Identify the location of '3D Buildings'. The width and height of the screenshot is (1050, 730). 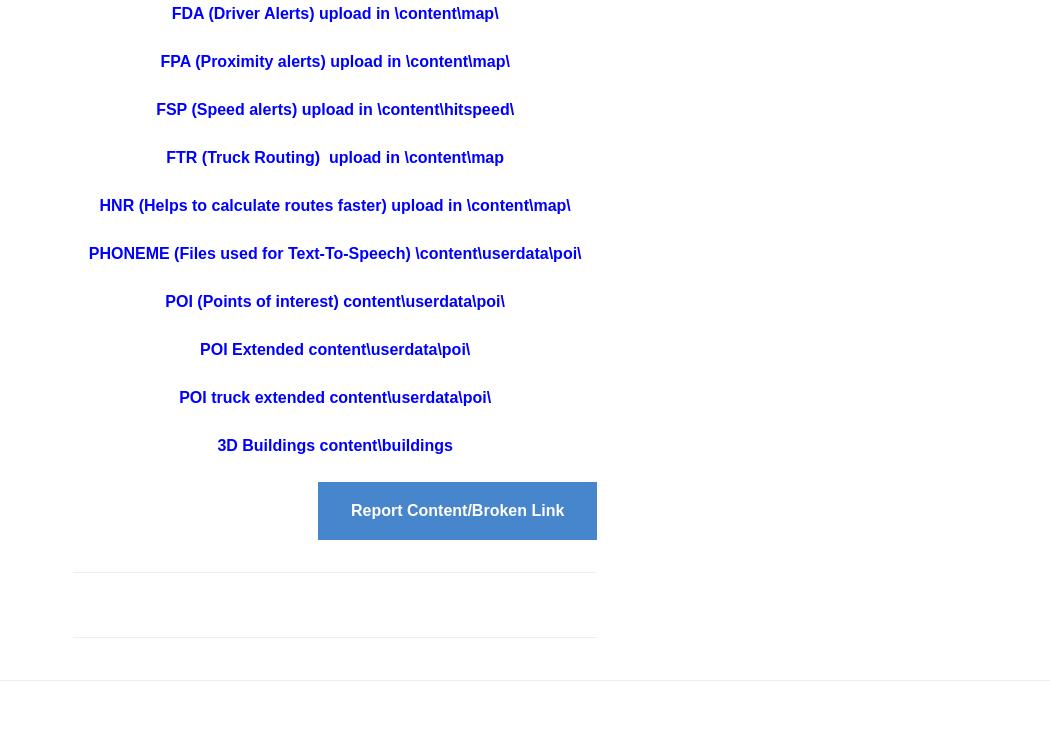
(266, 444).